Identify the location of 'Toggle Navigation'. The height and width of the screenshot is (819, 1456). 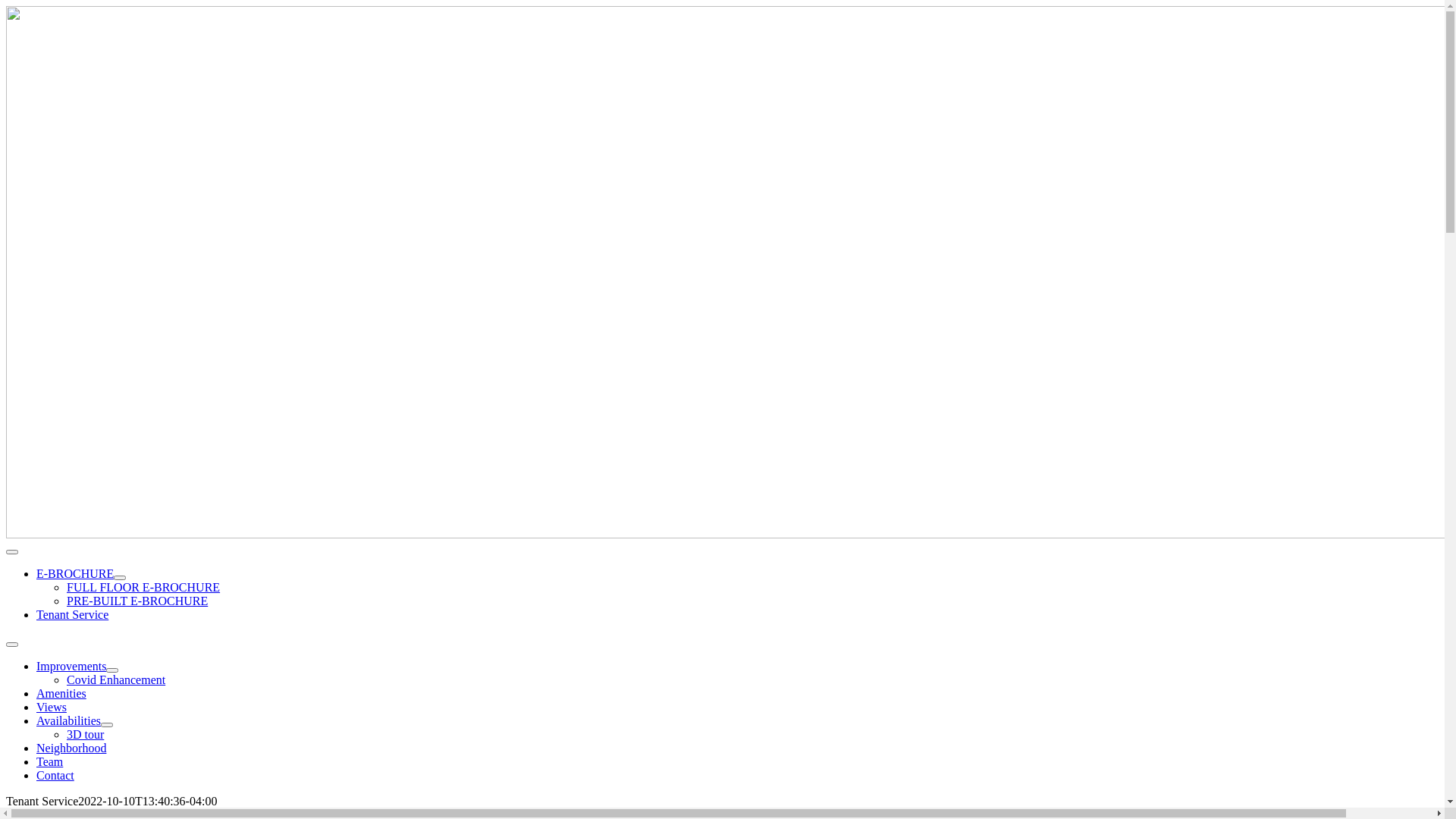
(6, 552).